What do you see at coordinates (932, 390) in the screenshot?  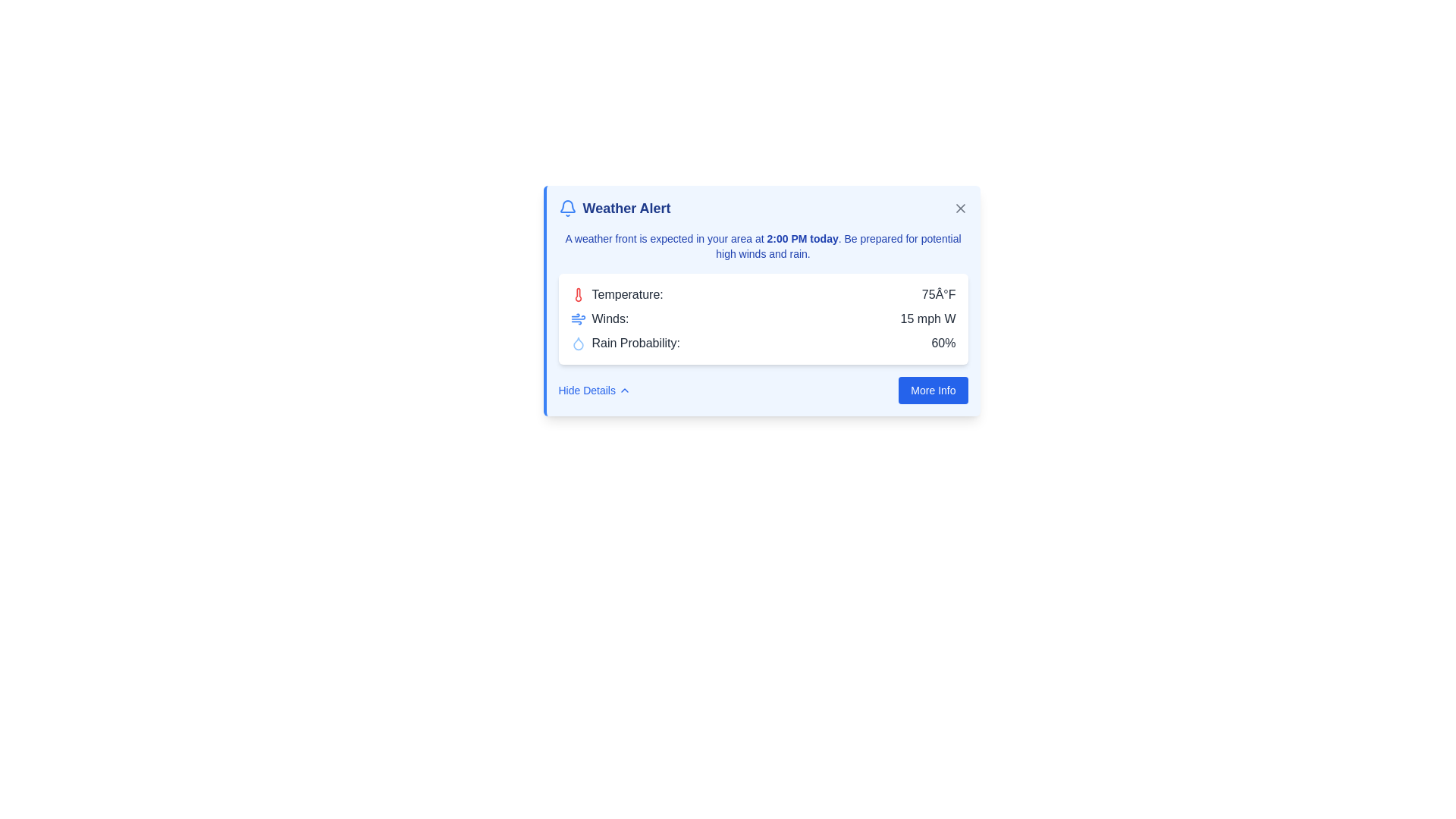 I see `the blue rectangular button labeled 'More Info'` at bounding box center [932, 390].